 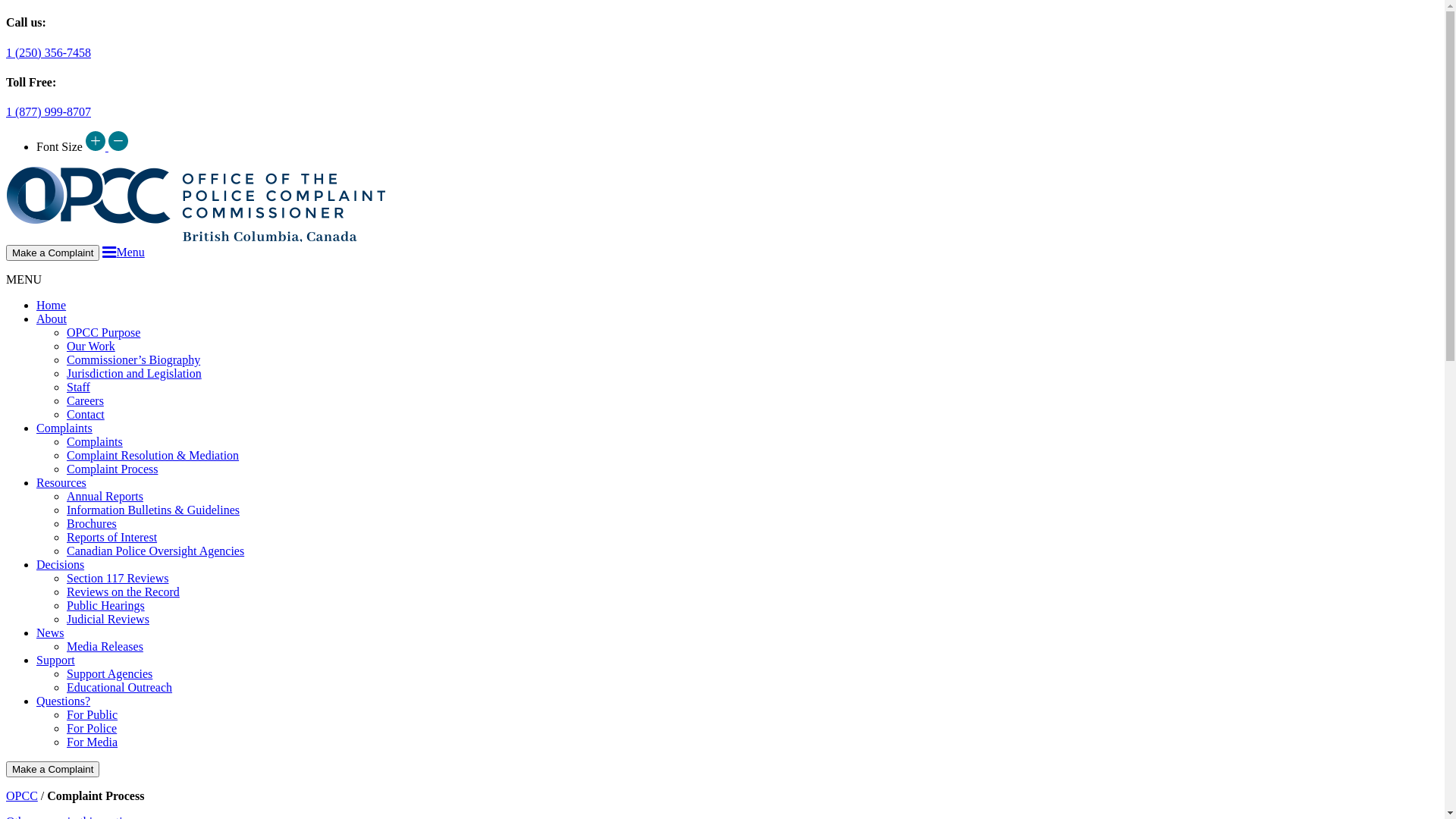 I want to click on 'Reviews on the Record', so click(x=123, y=591).